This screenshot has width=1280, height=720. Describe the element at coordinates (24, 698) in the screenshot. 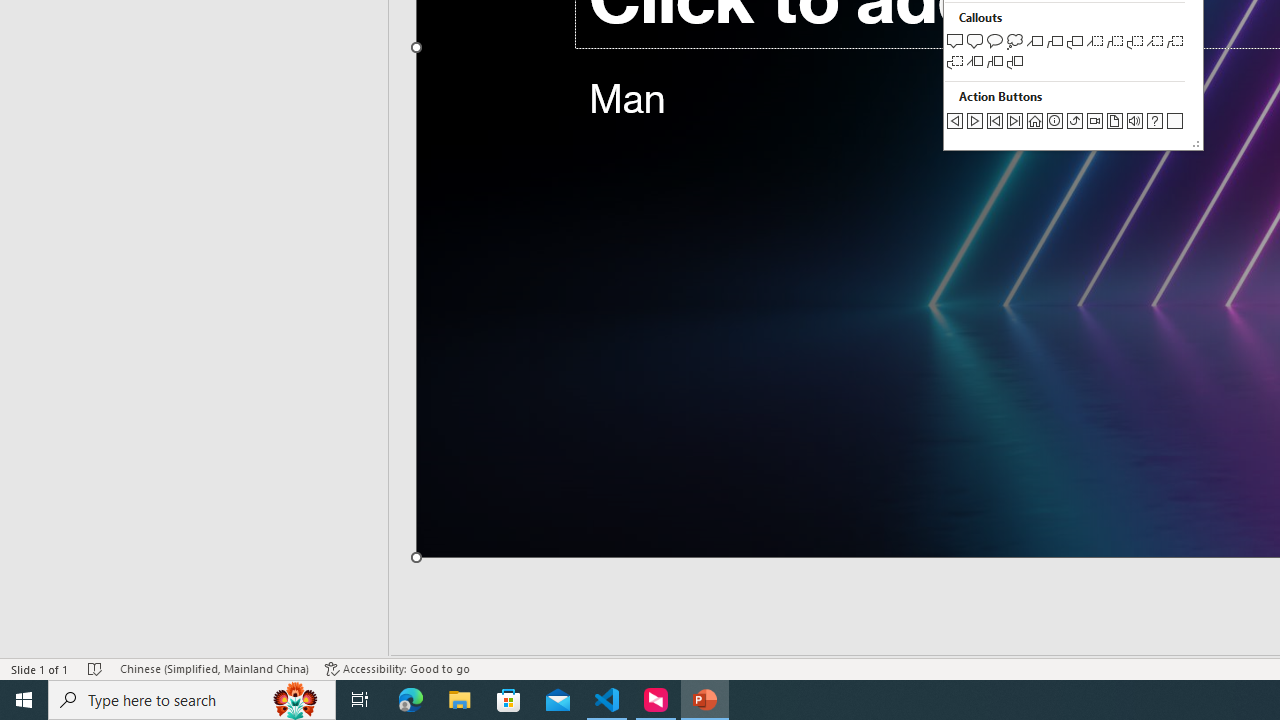

I see `'Start'` at that location.